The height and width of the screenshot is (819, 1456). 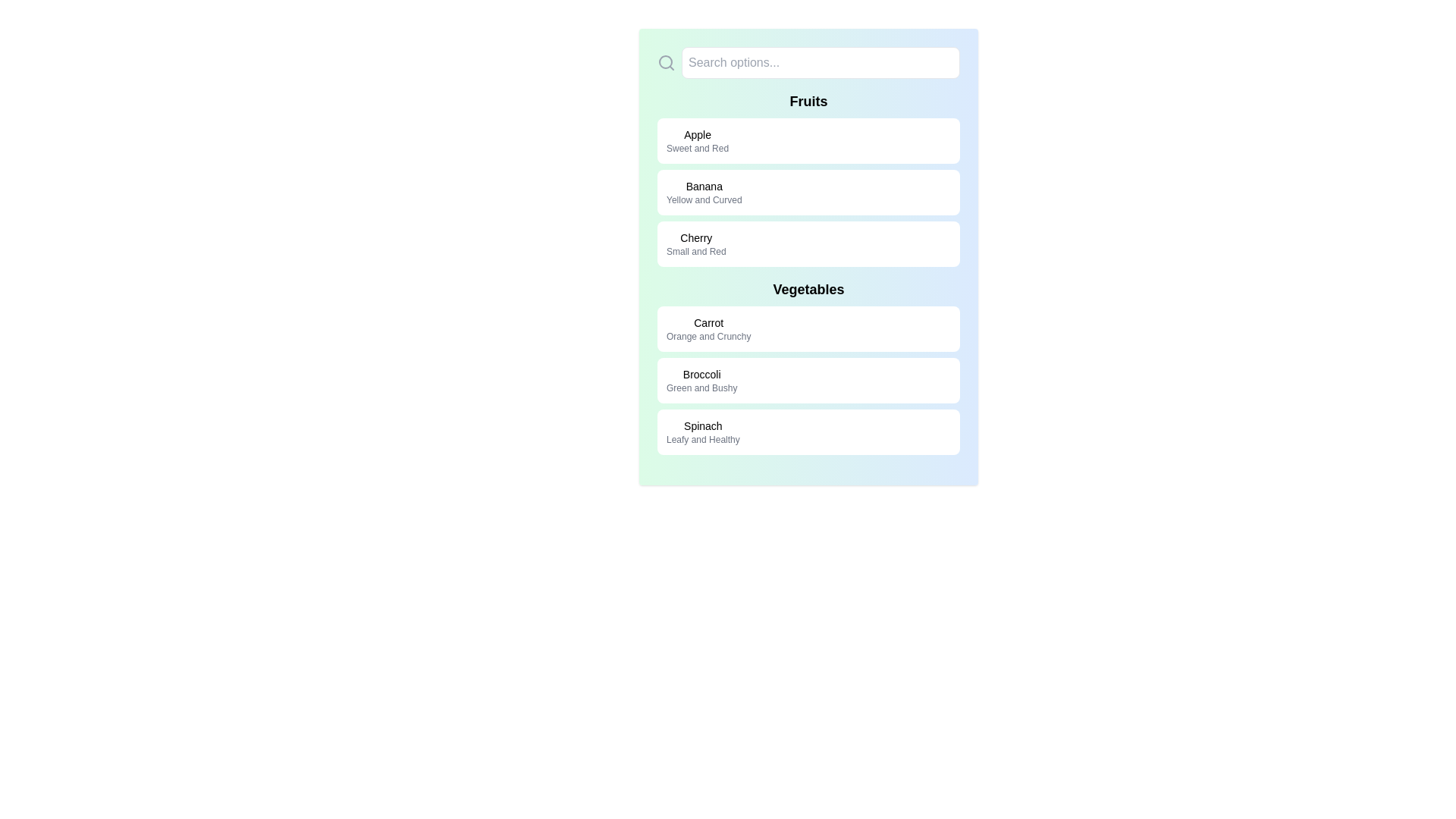 I want to click on to select the List item labeled 'Banana' with a white background and rounded corners, which is located between the 'Apple' and 'Cherry' containers in the 'Fruits' section, so click(x=808, y=177).